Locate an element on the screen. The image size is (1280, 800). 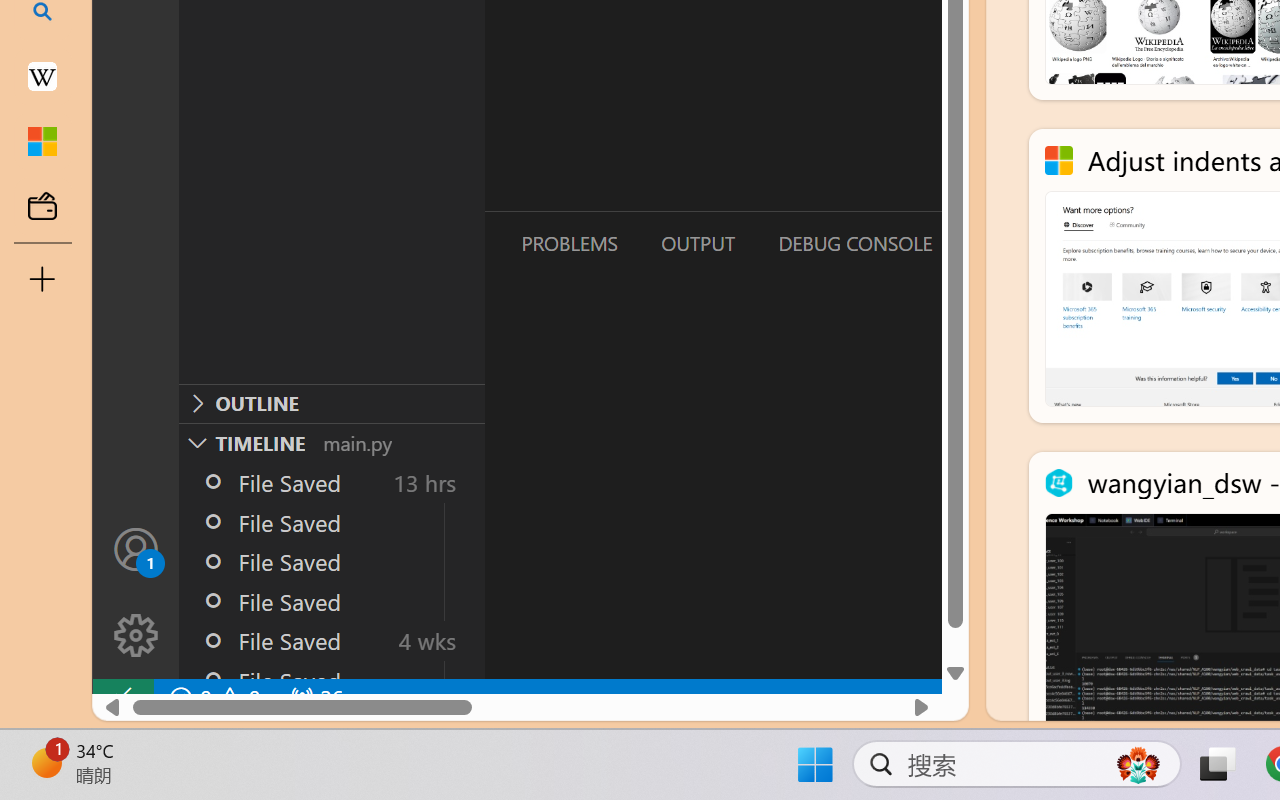
'Terminal (Ctrl+`)' is located at coordinates (1021, 242).